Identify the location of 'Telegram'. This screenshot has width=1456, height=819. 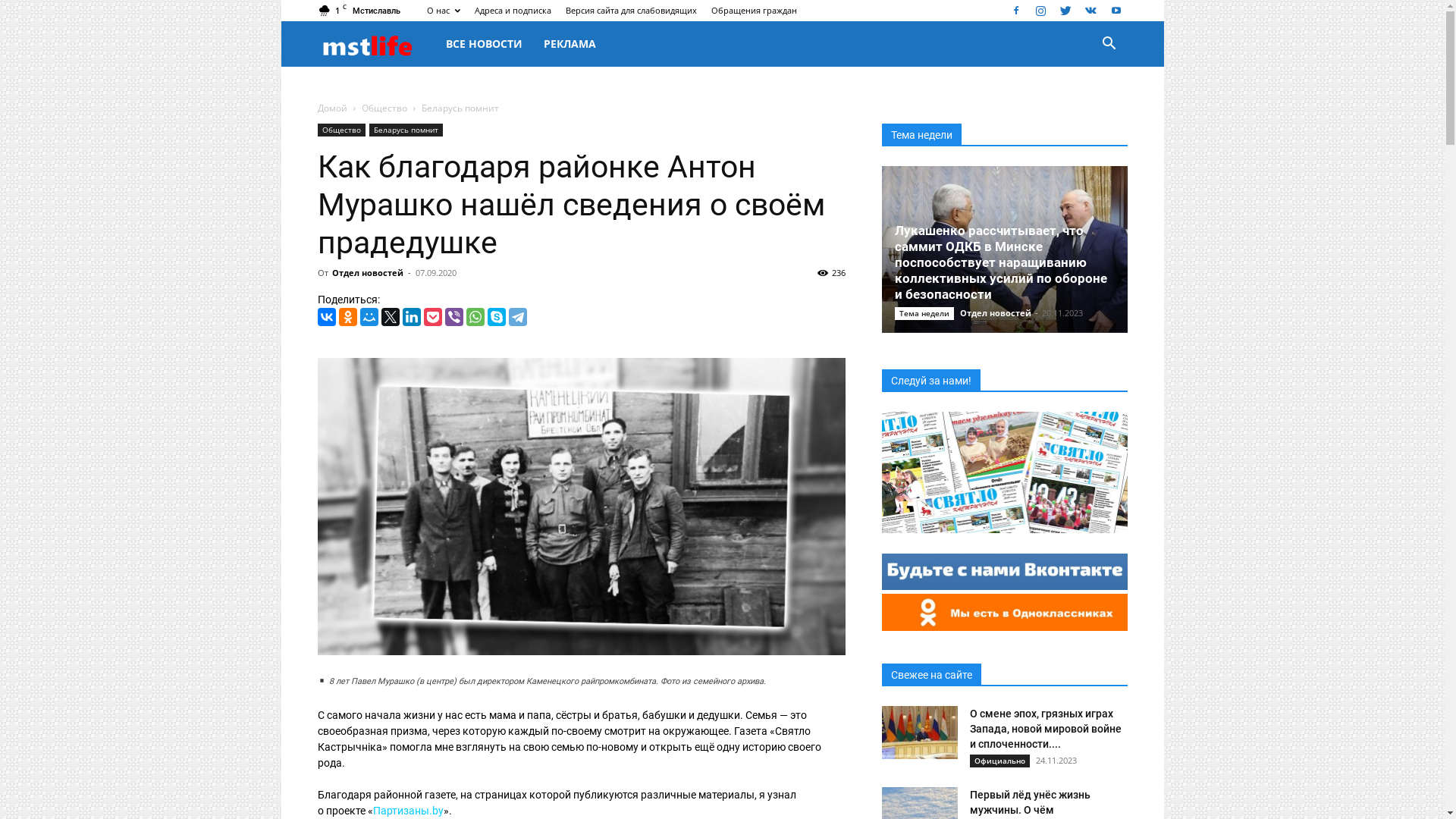
(516, 315).